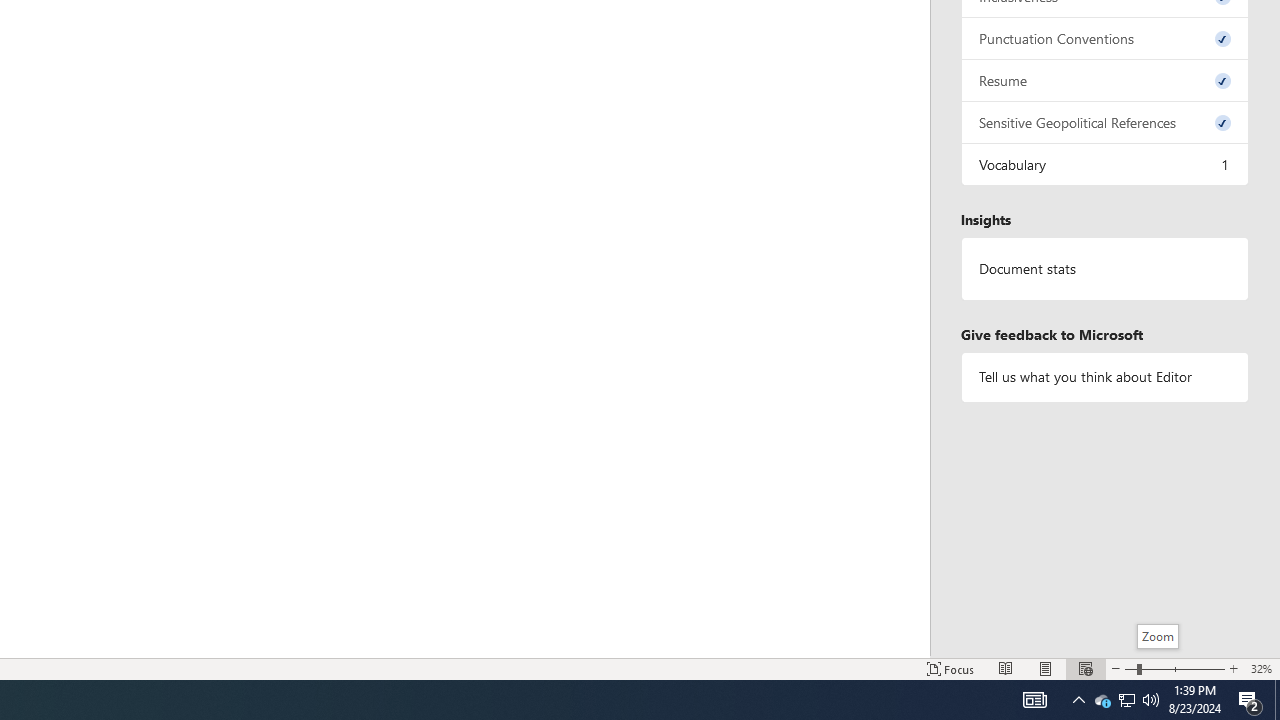 This screenshot has height=720, width=1280. What do you see at coordinates (1104, 377) in the screenshot?
I see `'Tell us what you think about Editor'` at bounding box center [1104, 377].